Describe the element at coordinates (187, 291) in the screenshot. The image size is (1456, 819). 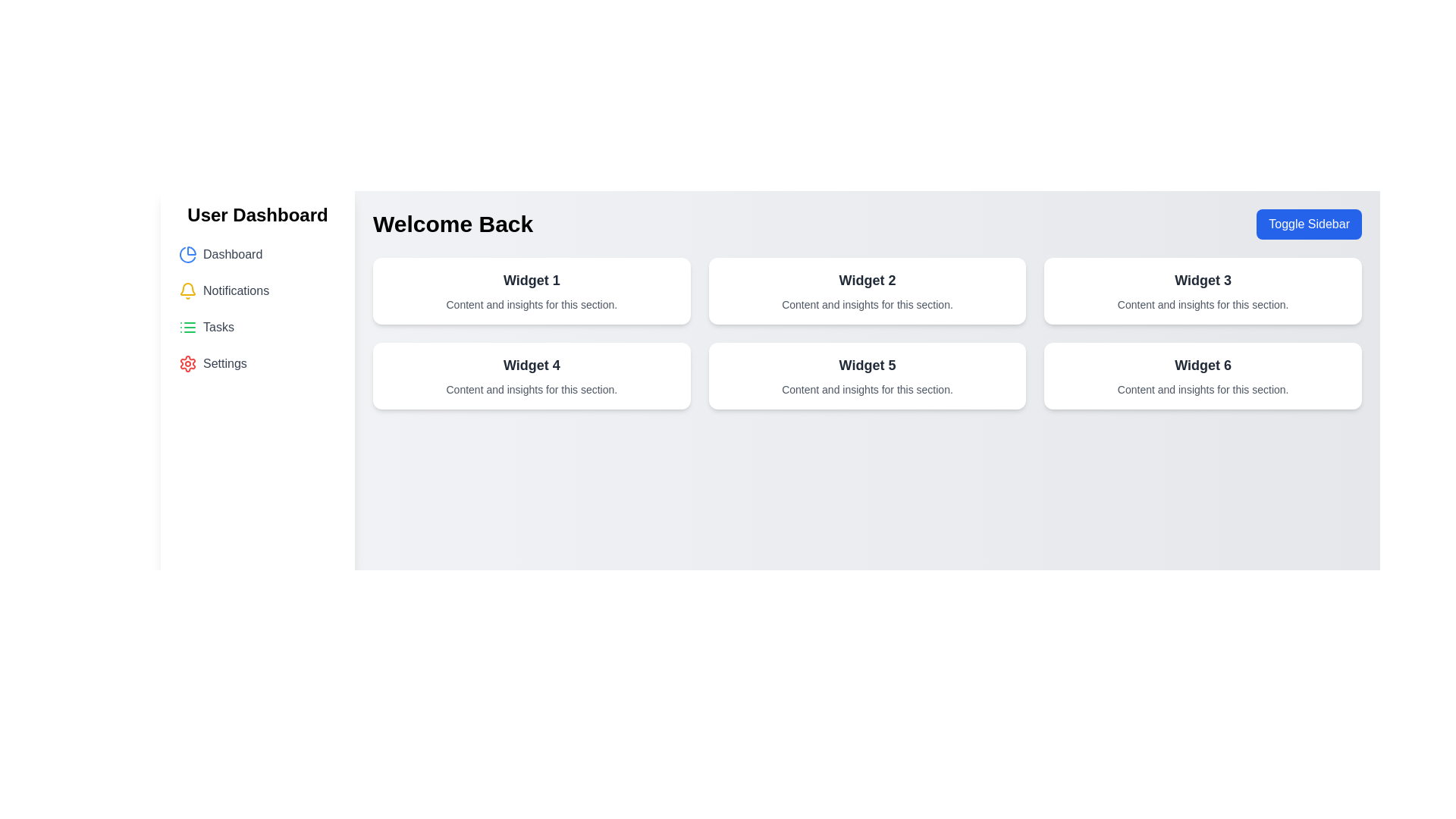
I see `the notification icon located in the left sidebar navigation menu, positioned to the left of the 'Notifications' text` at that location.